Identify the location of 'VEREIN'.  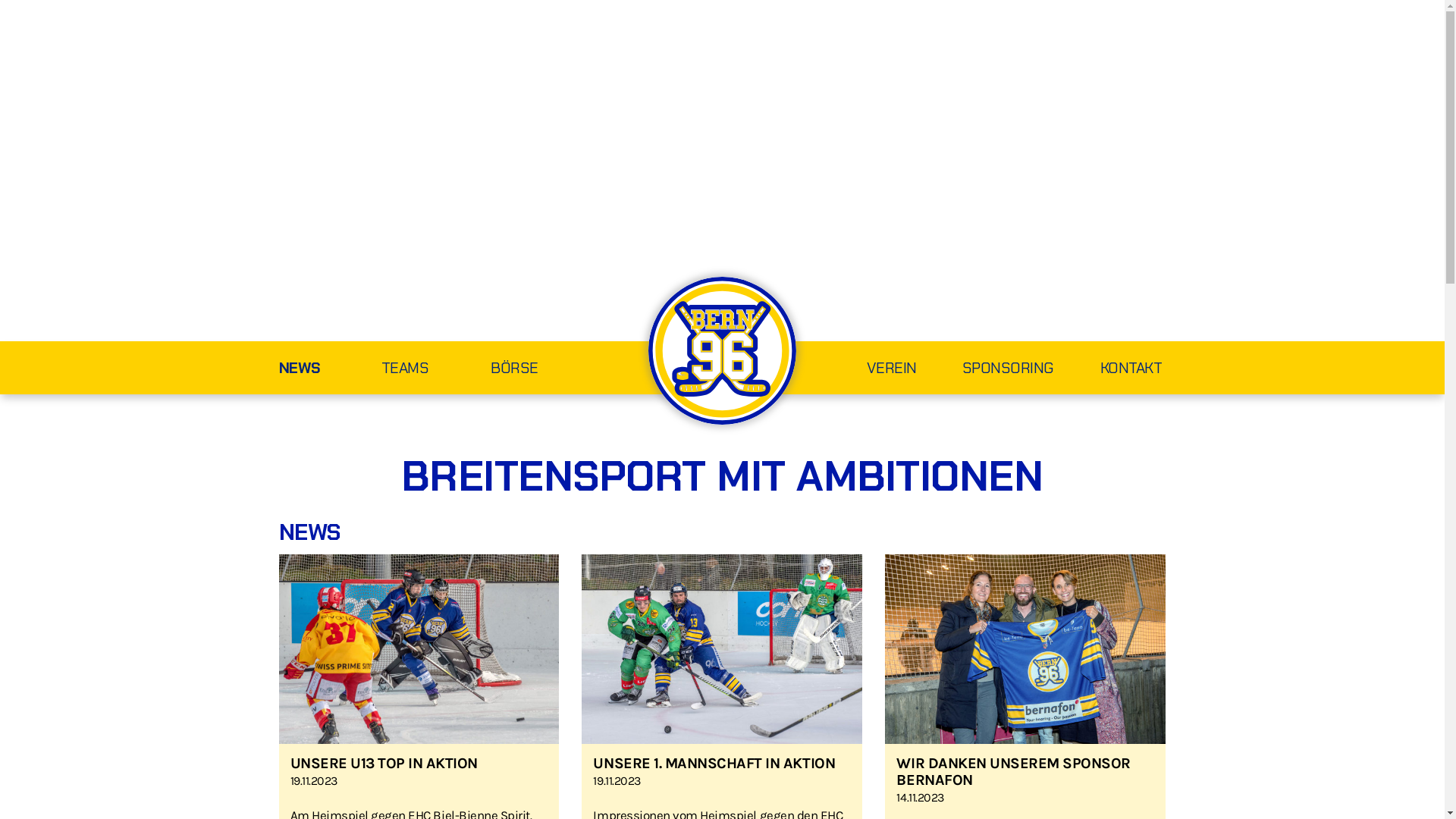
(869, 369).